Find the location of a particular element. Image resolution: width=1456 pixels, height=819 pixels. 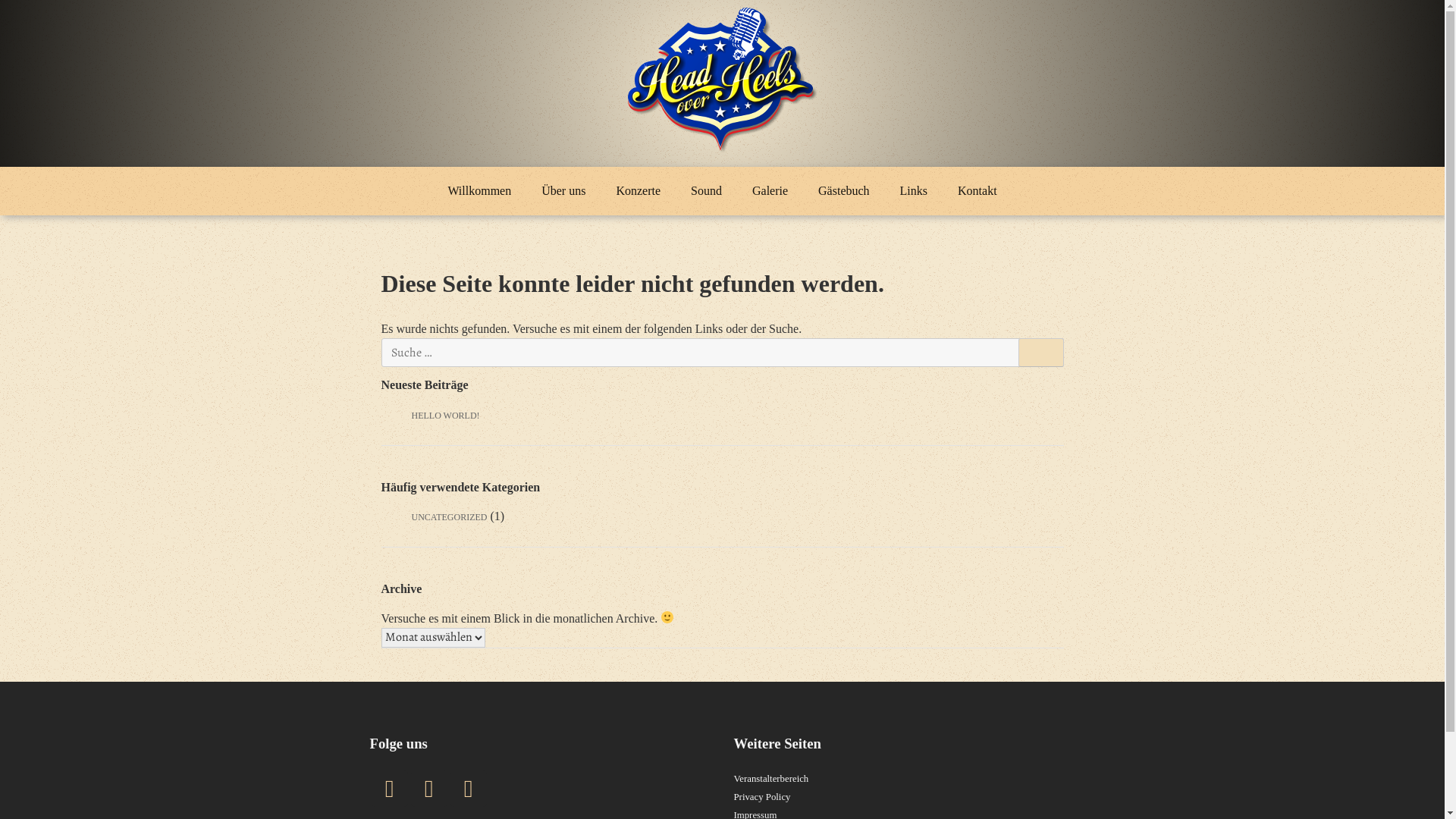

'Kontakt' is located at coordinates (977, 190).